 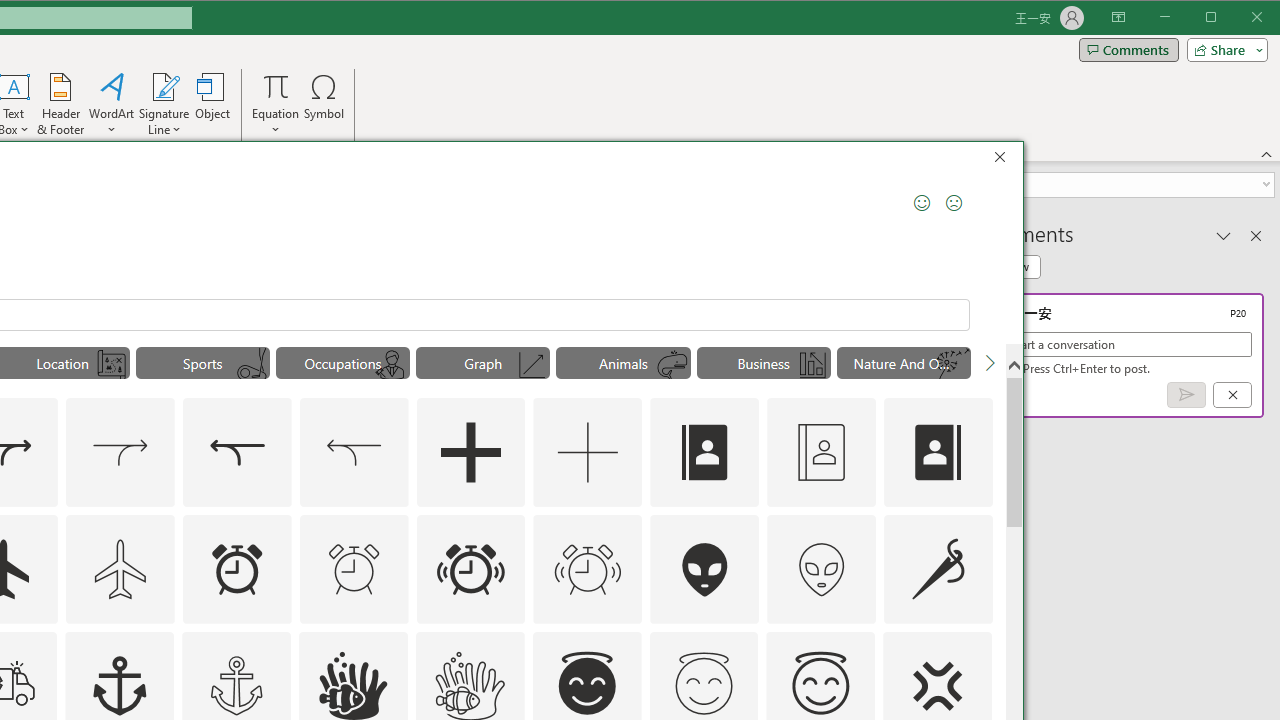 I want to click on 'Header & Footer...', so click(x=60, y=104).